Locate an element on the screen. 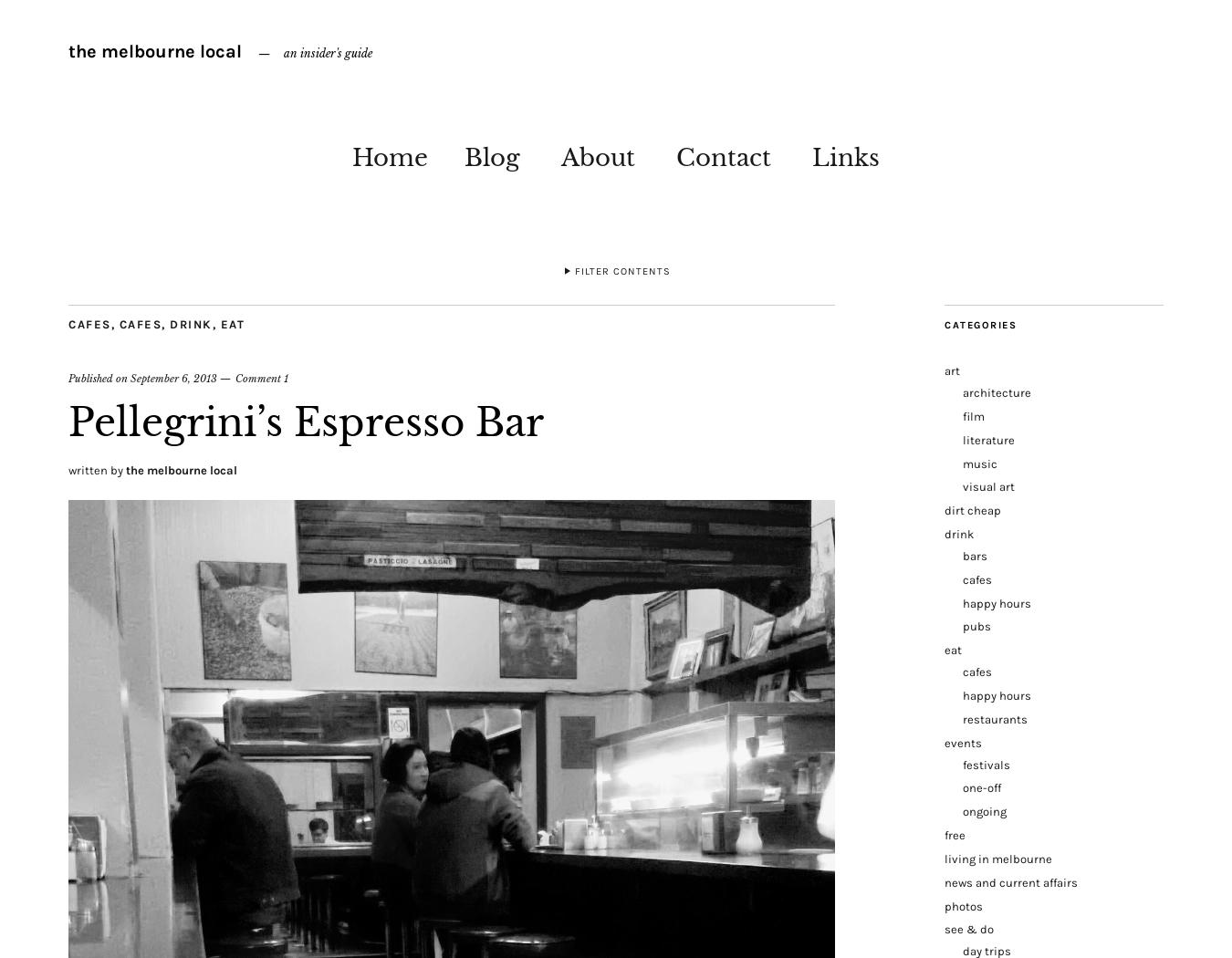 The image size is (1232, 958). 'Links' is located at coordinates (845, 158).